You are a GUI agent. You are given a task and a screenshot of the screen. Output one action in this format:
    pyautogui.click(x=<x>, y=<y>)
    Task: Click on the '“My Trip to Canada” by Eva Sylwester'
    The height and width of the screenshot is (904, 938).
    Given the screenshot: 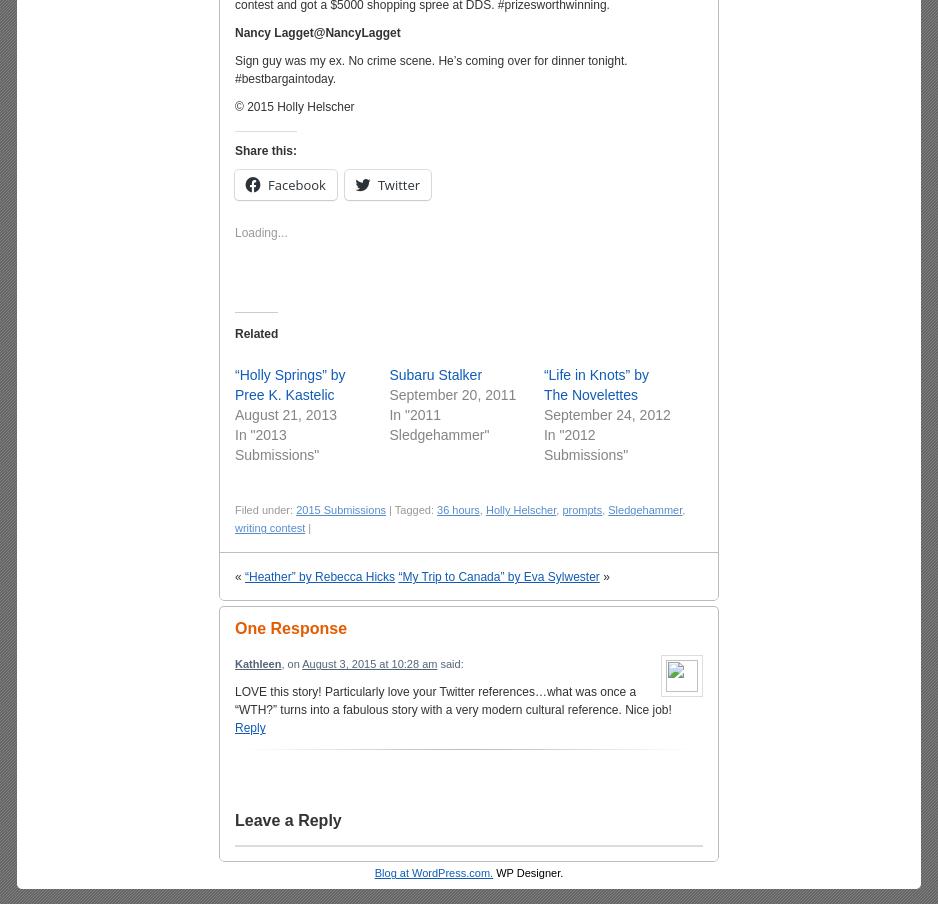 What is the action you would take?
    pyautogui.click(x=498, y=576)
    